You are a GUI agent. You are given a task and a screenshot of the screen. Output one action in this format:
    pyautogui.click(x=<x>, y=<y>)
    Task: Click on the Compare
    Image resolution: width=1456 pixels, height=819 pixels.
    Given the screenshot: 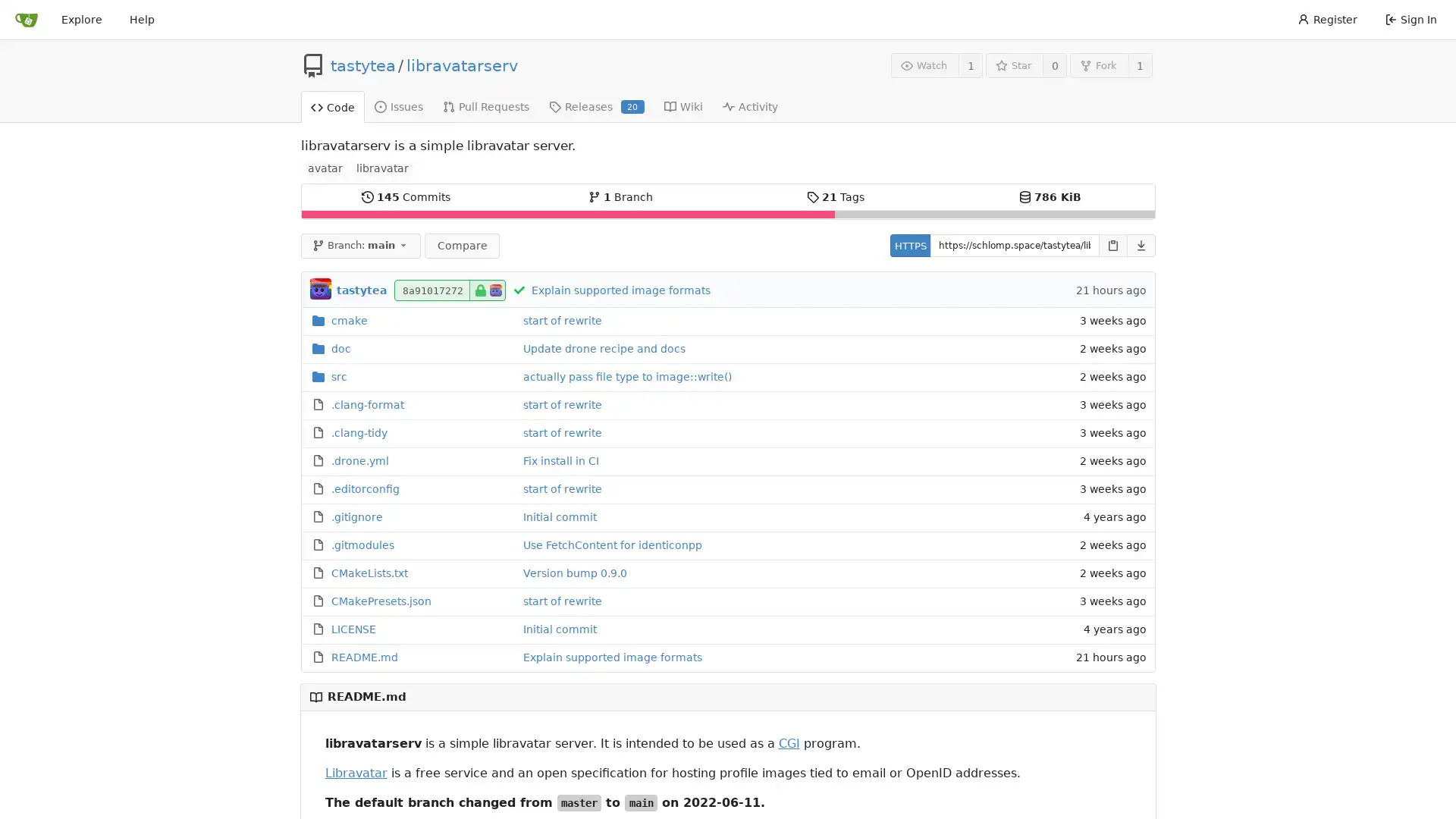 What is the action you would take?
    pyautogui.click(x=461, y=245)
    